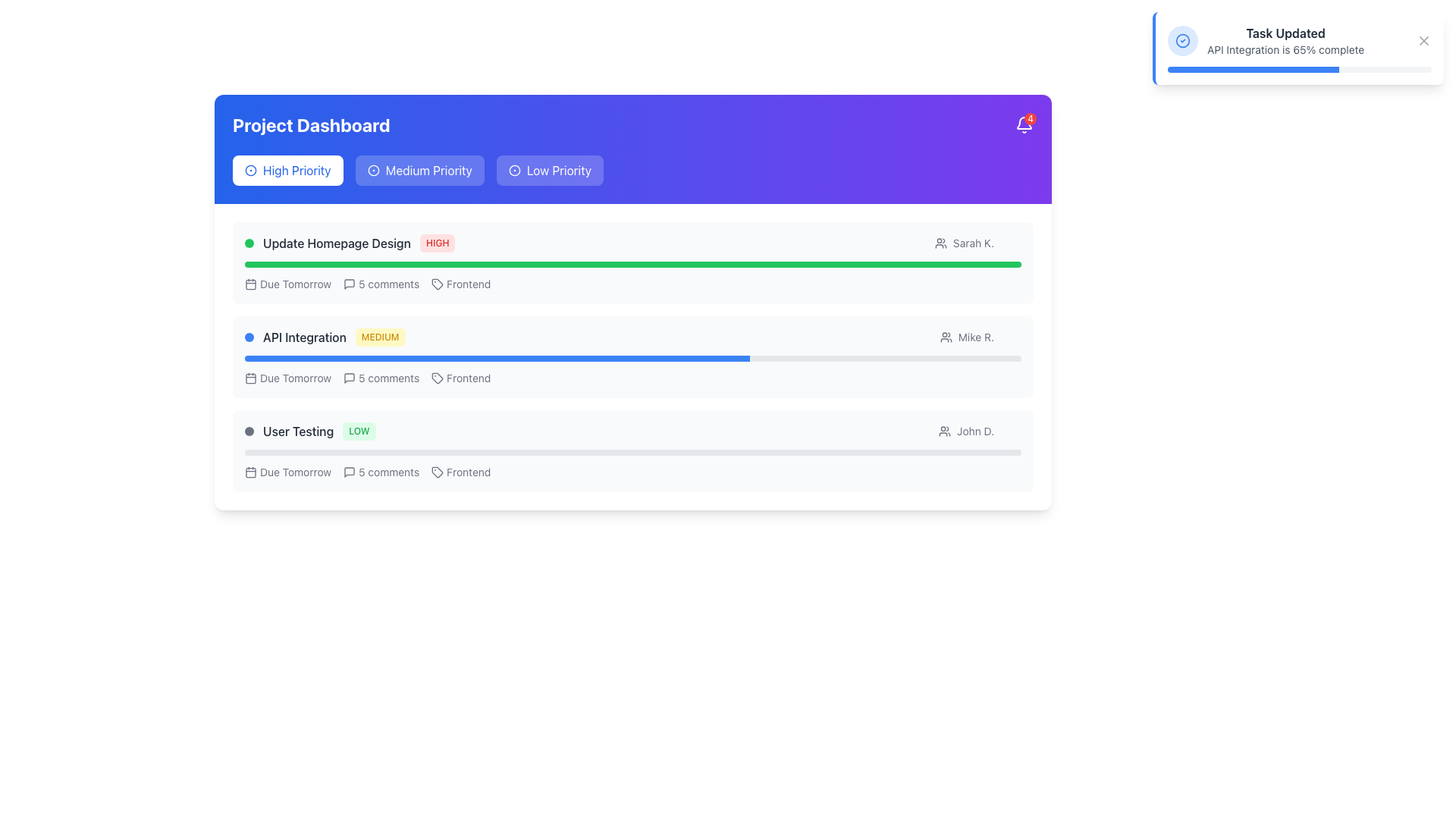  I want to click on the speech bubble-like icon located to the right of the '5 comments' label for the 'Update Homepage Design' task, so click(349, 284).